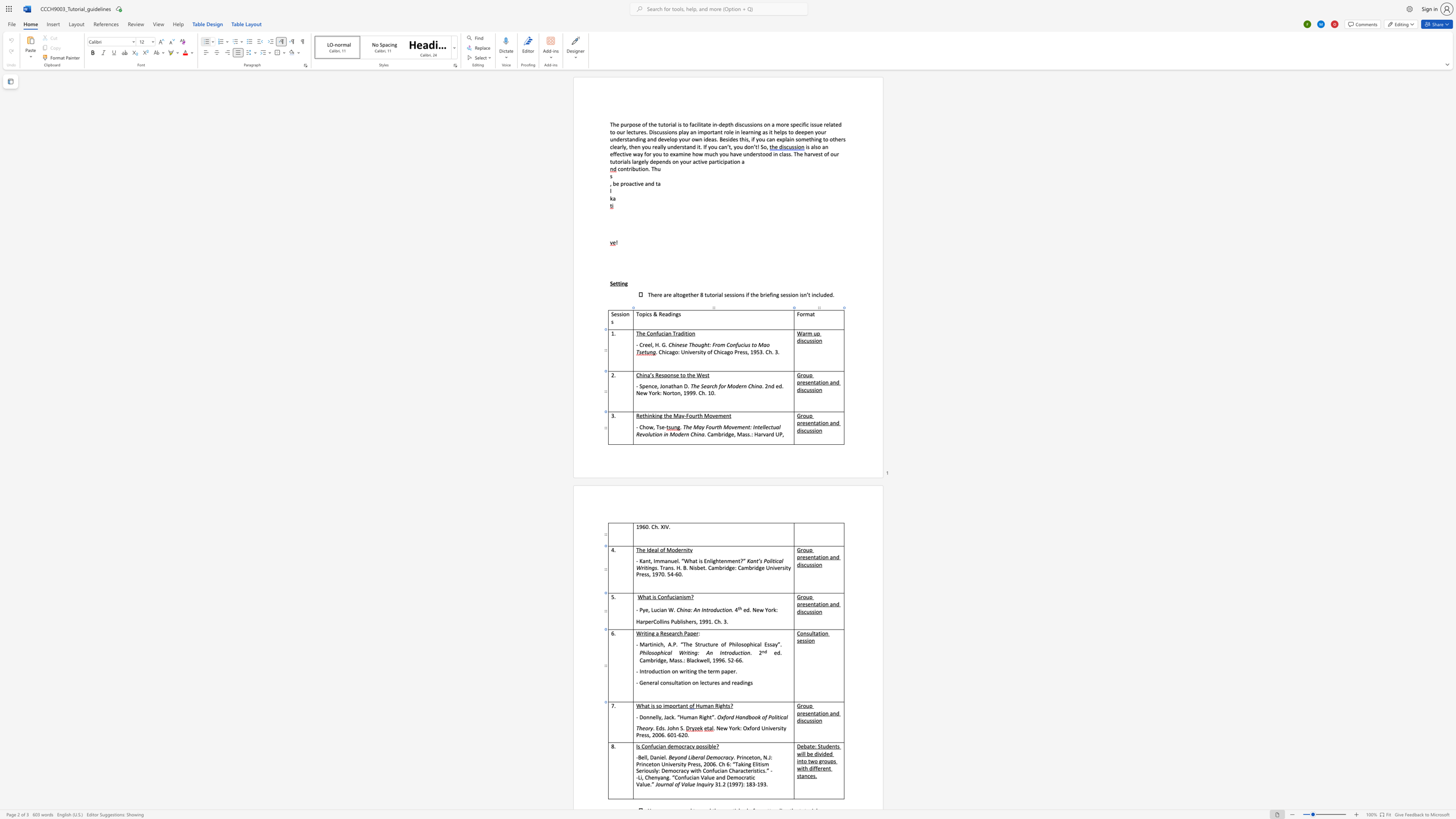  I want to click on the 1th character "t" in the text, so click(645, 670).